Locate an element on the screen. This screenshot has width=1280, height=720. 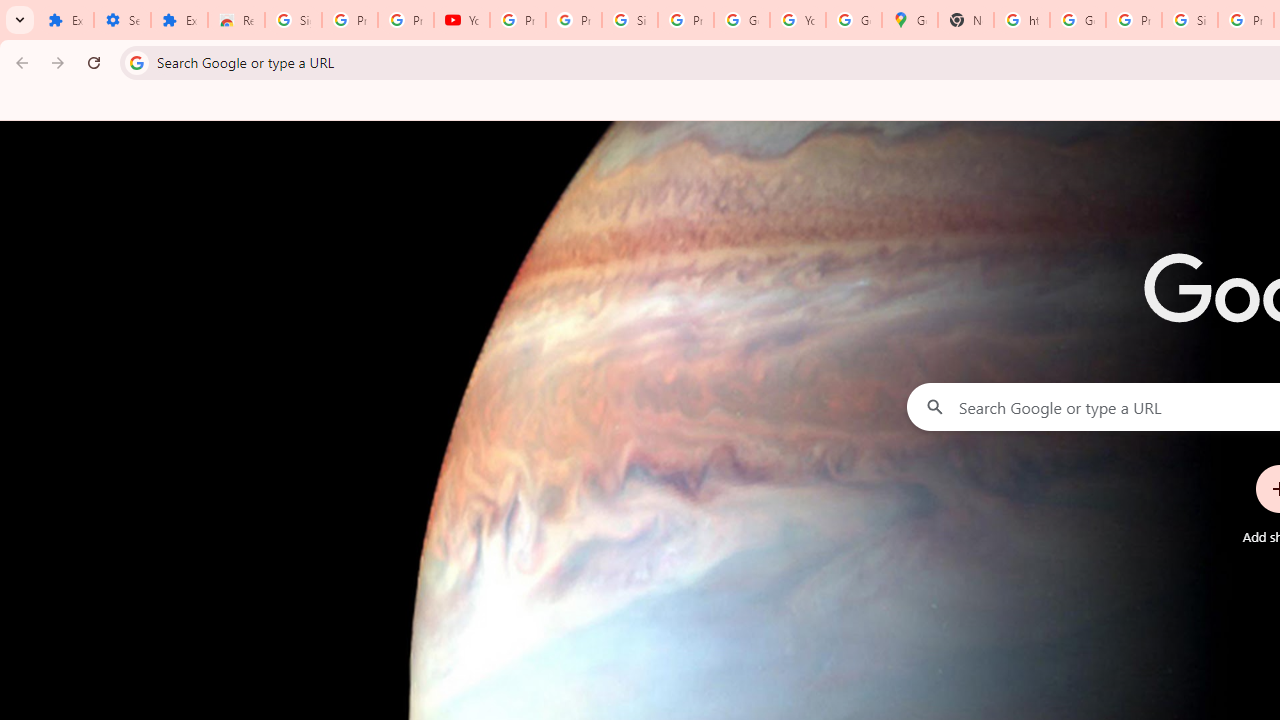
'Extensions' is located at coordinates (179, 20).